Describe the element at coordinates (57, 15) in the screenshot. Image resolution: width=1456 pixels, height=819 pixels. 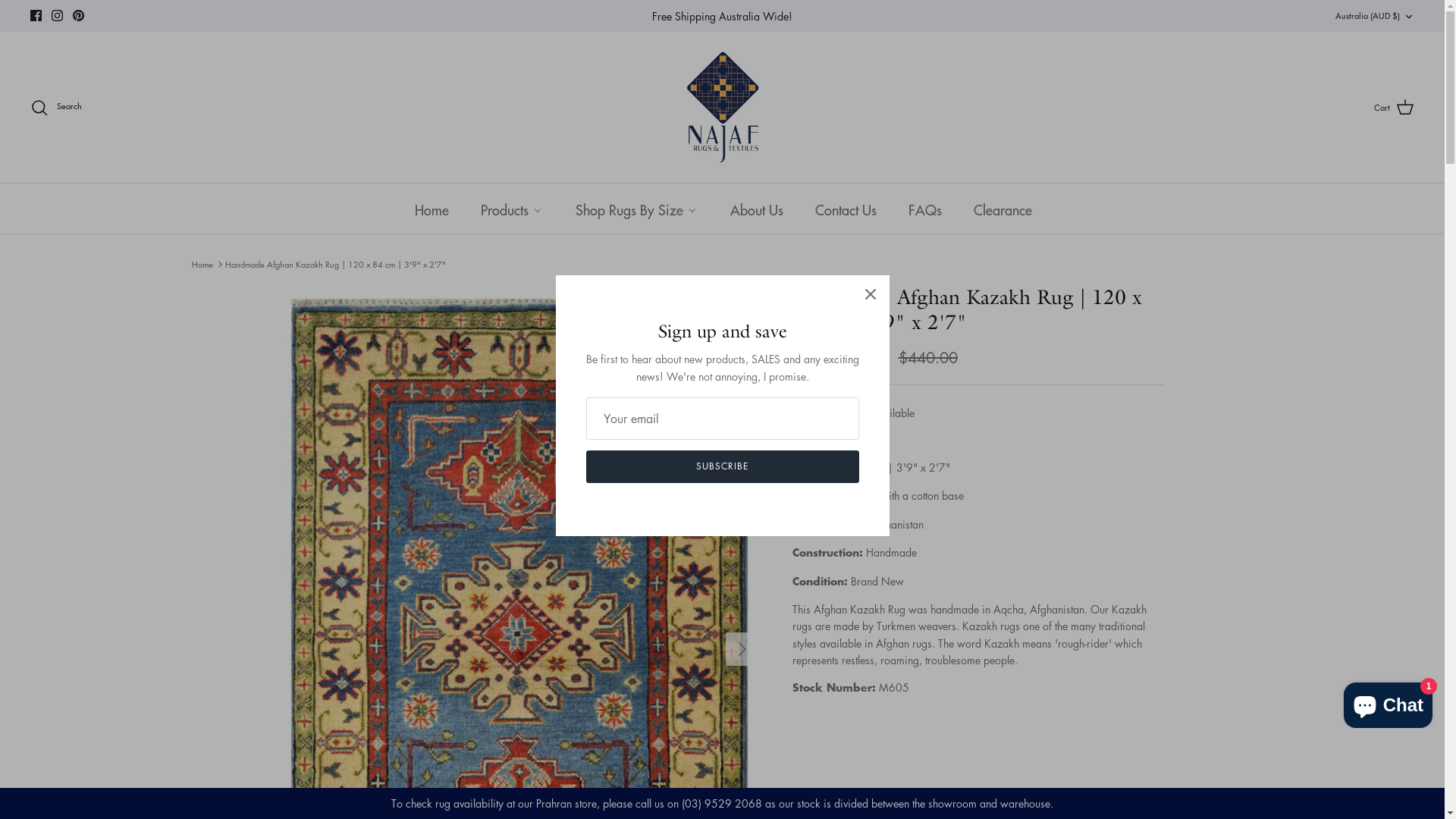
I see `'Instagram'` at that location.